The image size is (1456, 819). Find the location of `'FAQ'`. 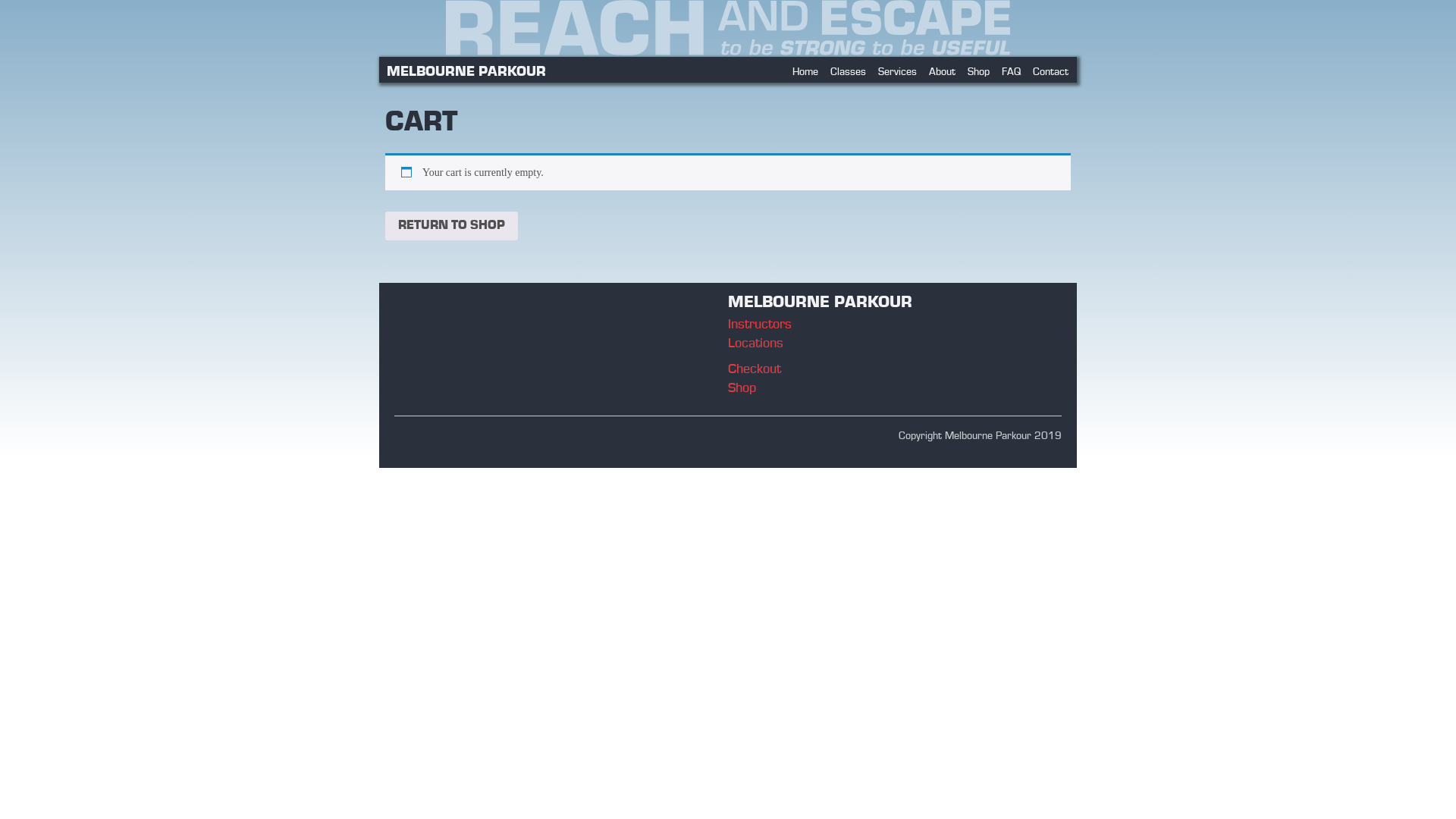

'FAQ' is located at coordinates (996, 72).